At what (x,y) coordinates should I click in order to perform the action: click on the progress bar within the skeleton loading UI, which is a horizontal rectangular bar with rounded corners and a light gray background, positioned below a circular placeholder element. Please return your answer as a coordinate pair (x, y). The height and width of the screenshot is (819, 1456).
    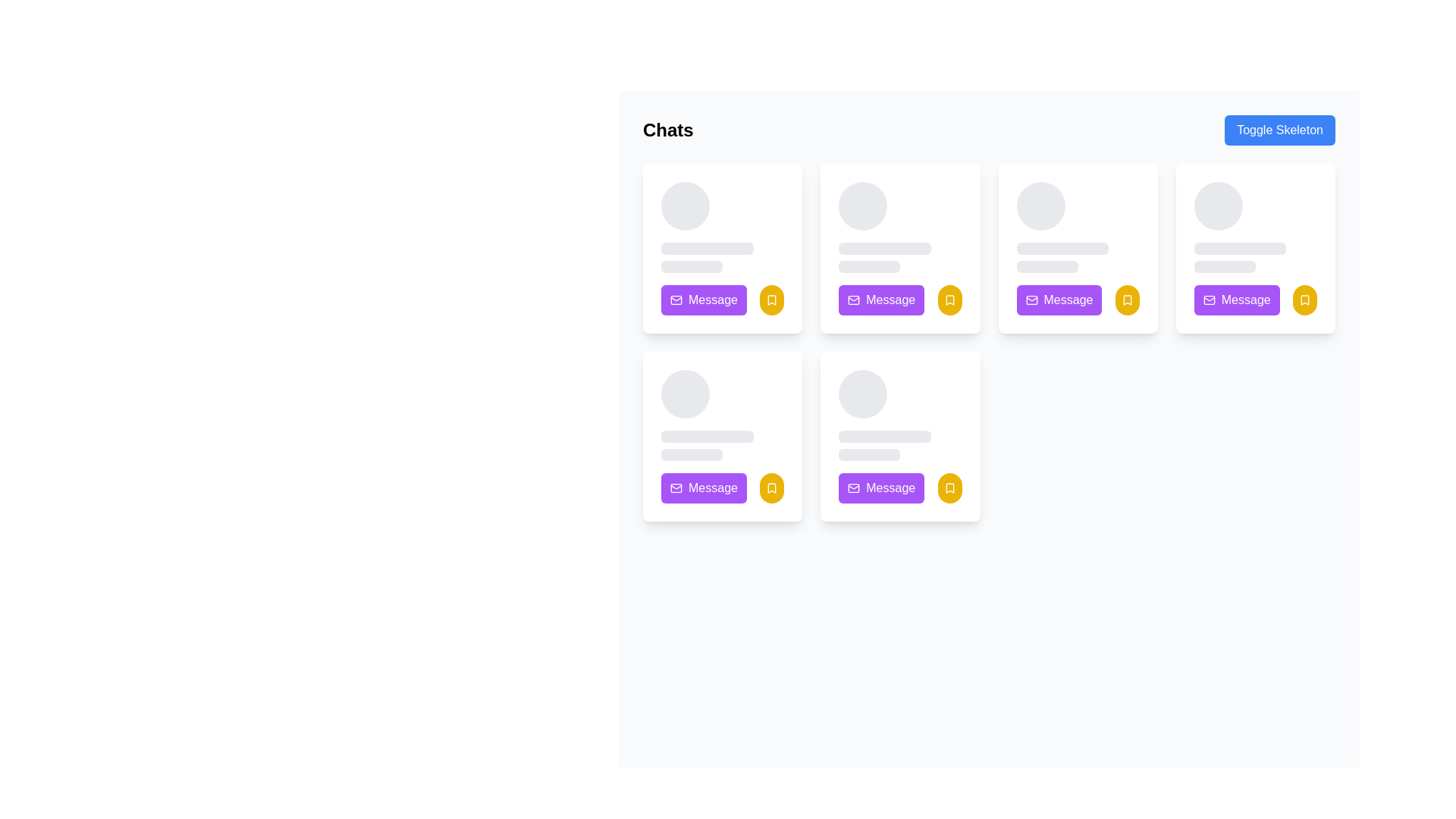
    Looking at the image, I should click on (706, 436).